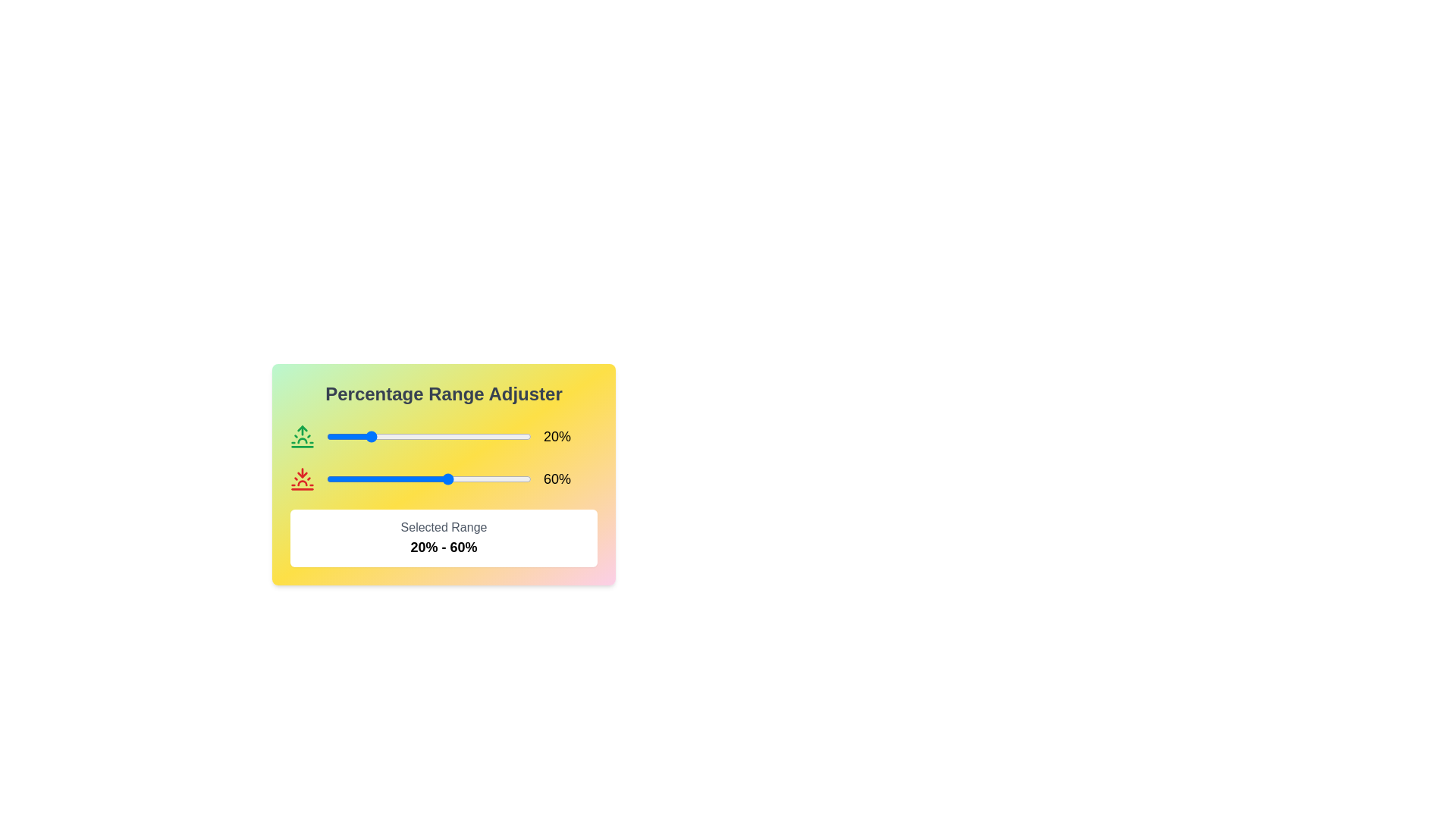 The image size is (1456, 819). I want to click on the slider, so click(438, 479).